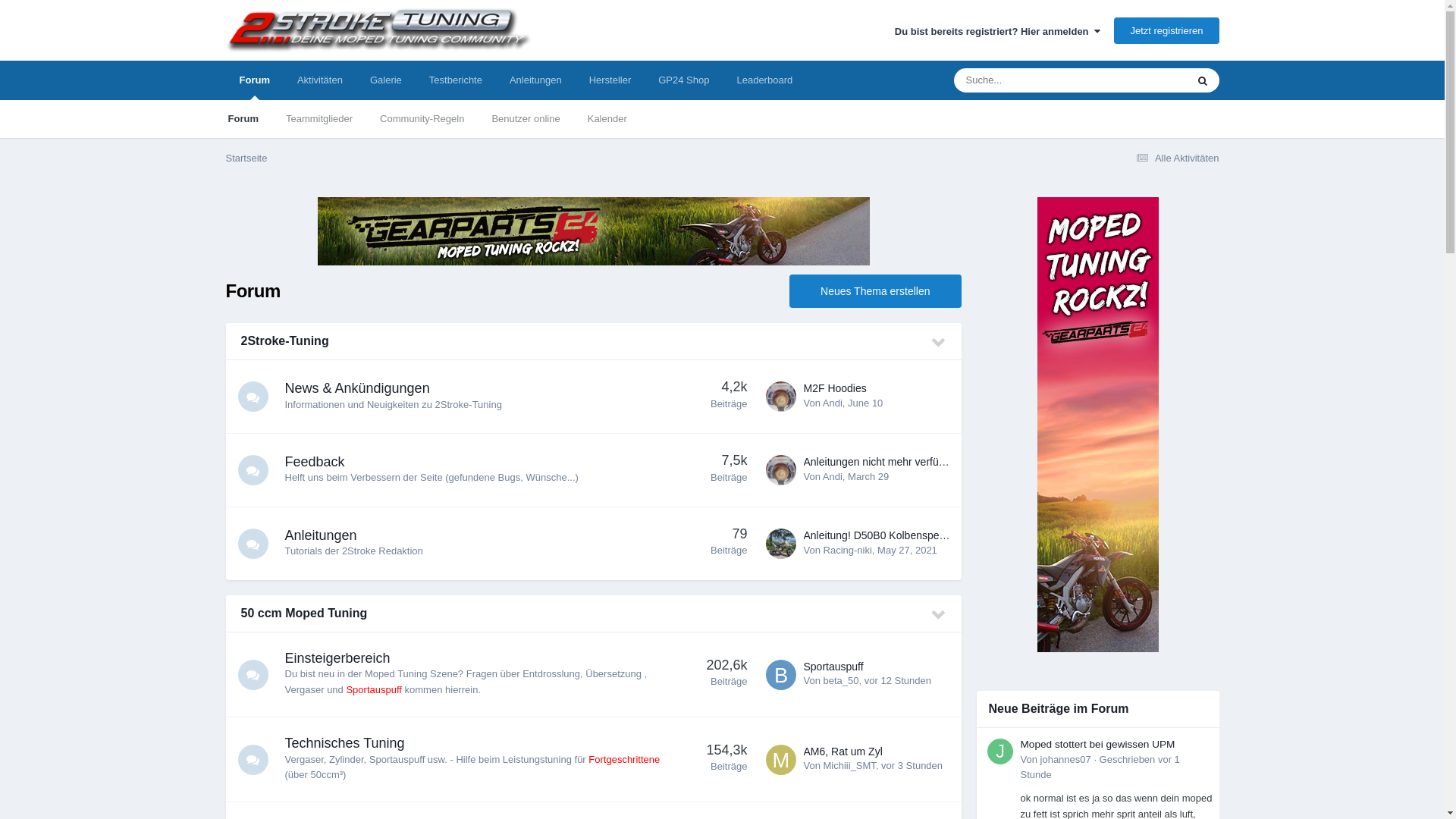 This screenshot has width=1456, height=819. I want to click on 'Testberichte', so click(454, 80).